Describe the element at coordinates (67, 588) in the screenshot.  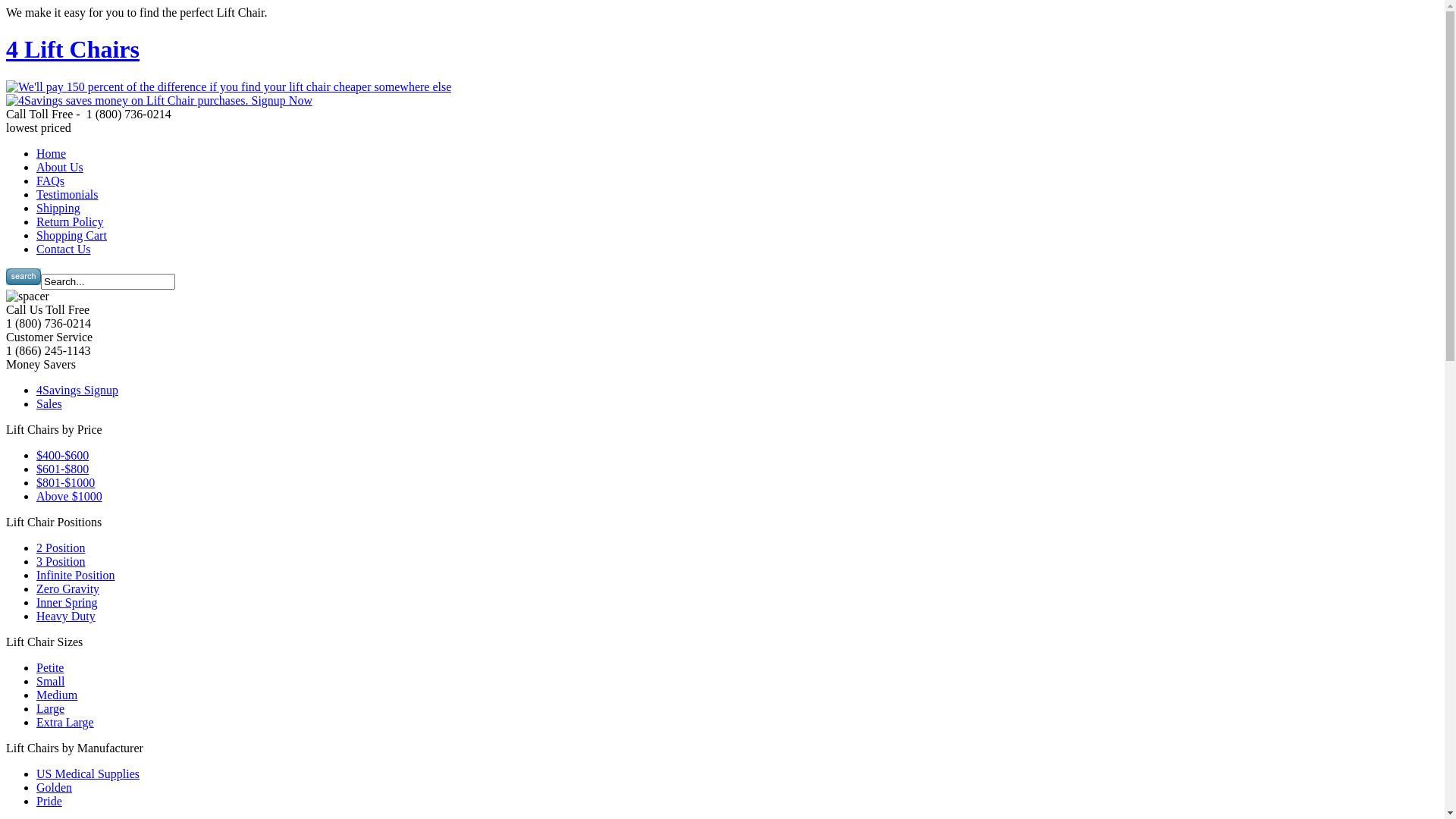
I see `'Zero Gravity'` at that location.